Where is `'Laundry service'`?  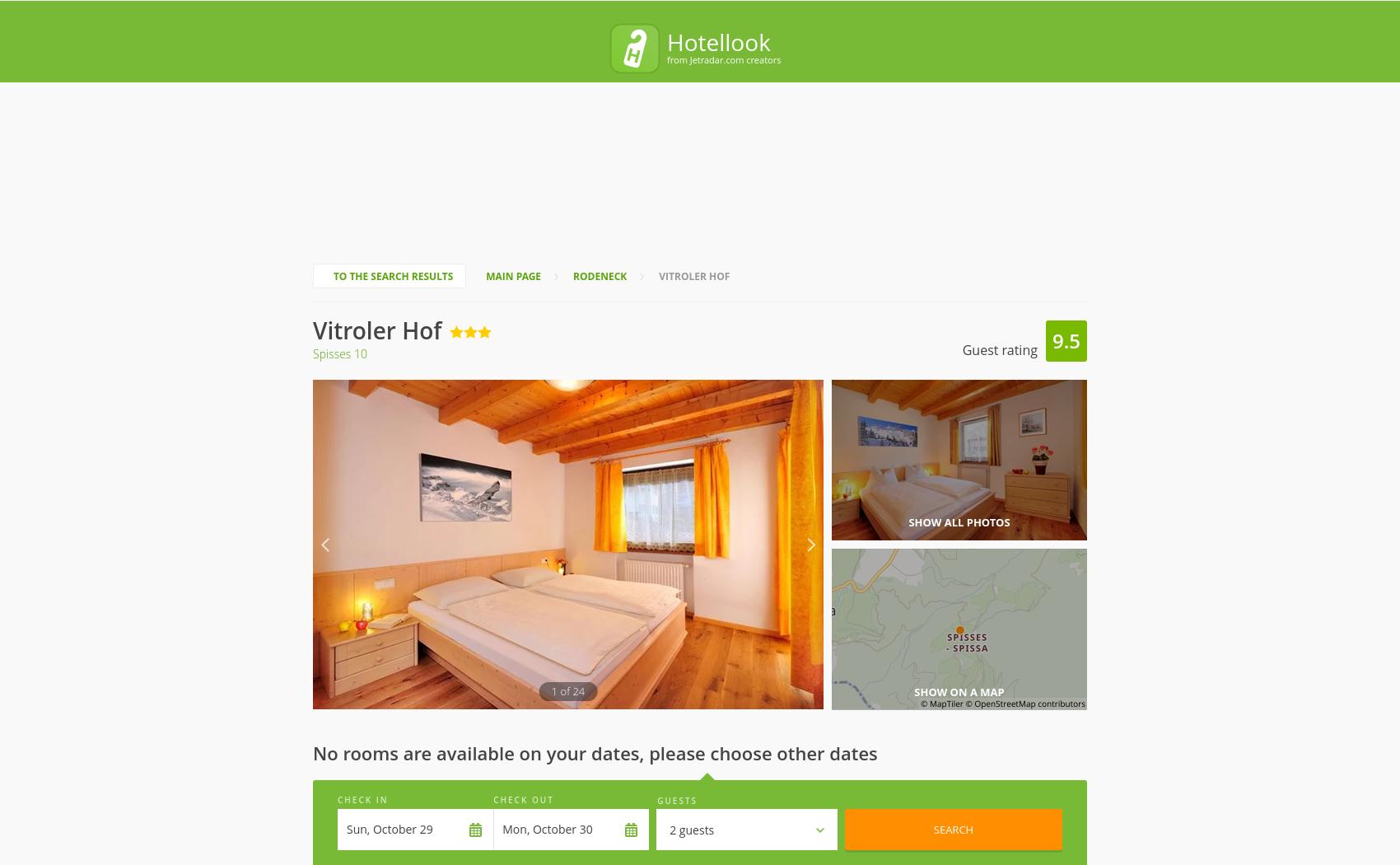 'Laundry service' is located at coordinates (558, 568).